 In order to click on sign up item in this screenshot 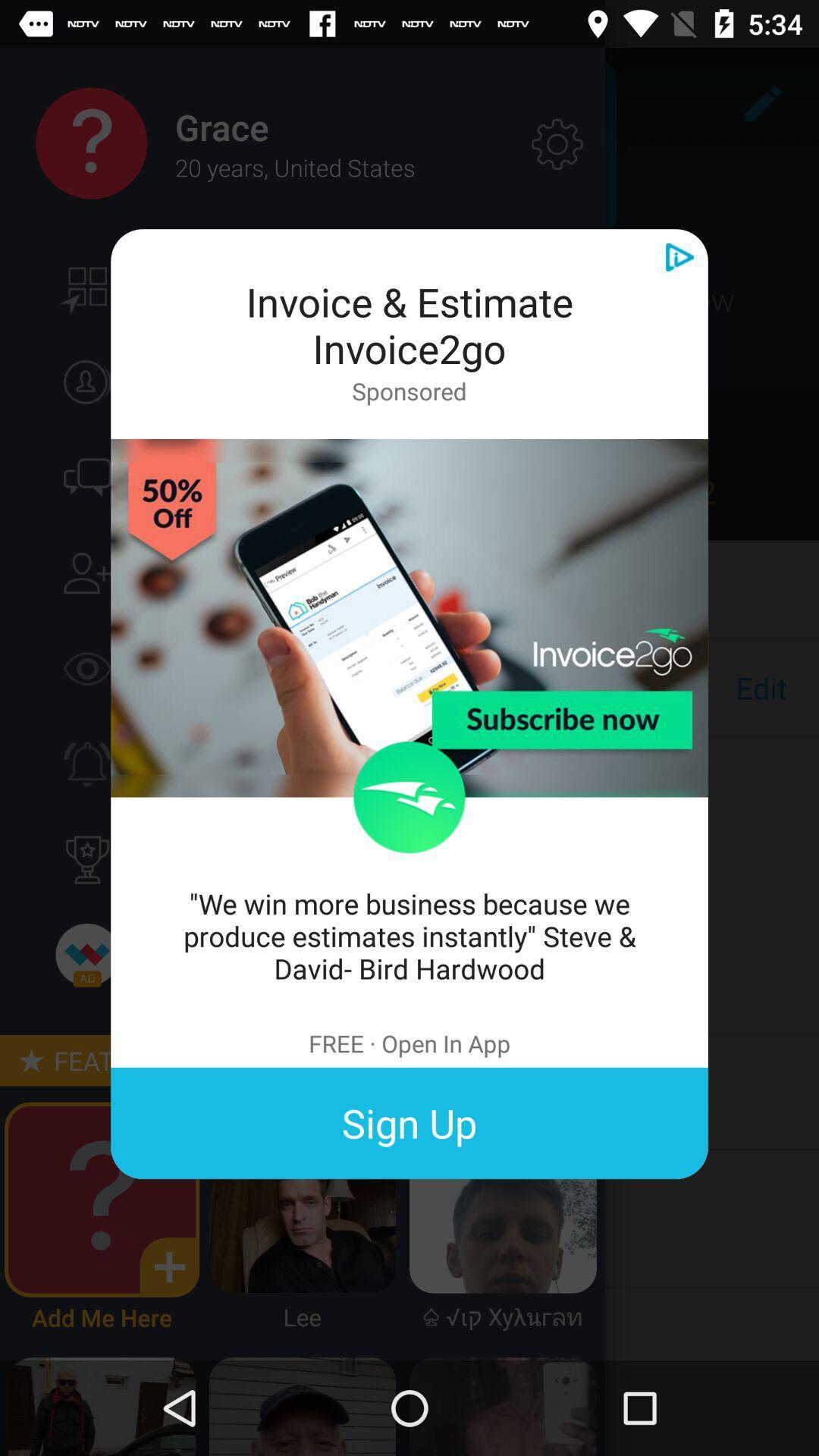, I will do `click(409, 1123)`.